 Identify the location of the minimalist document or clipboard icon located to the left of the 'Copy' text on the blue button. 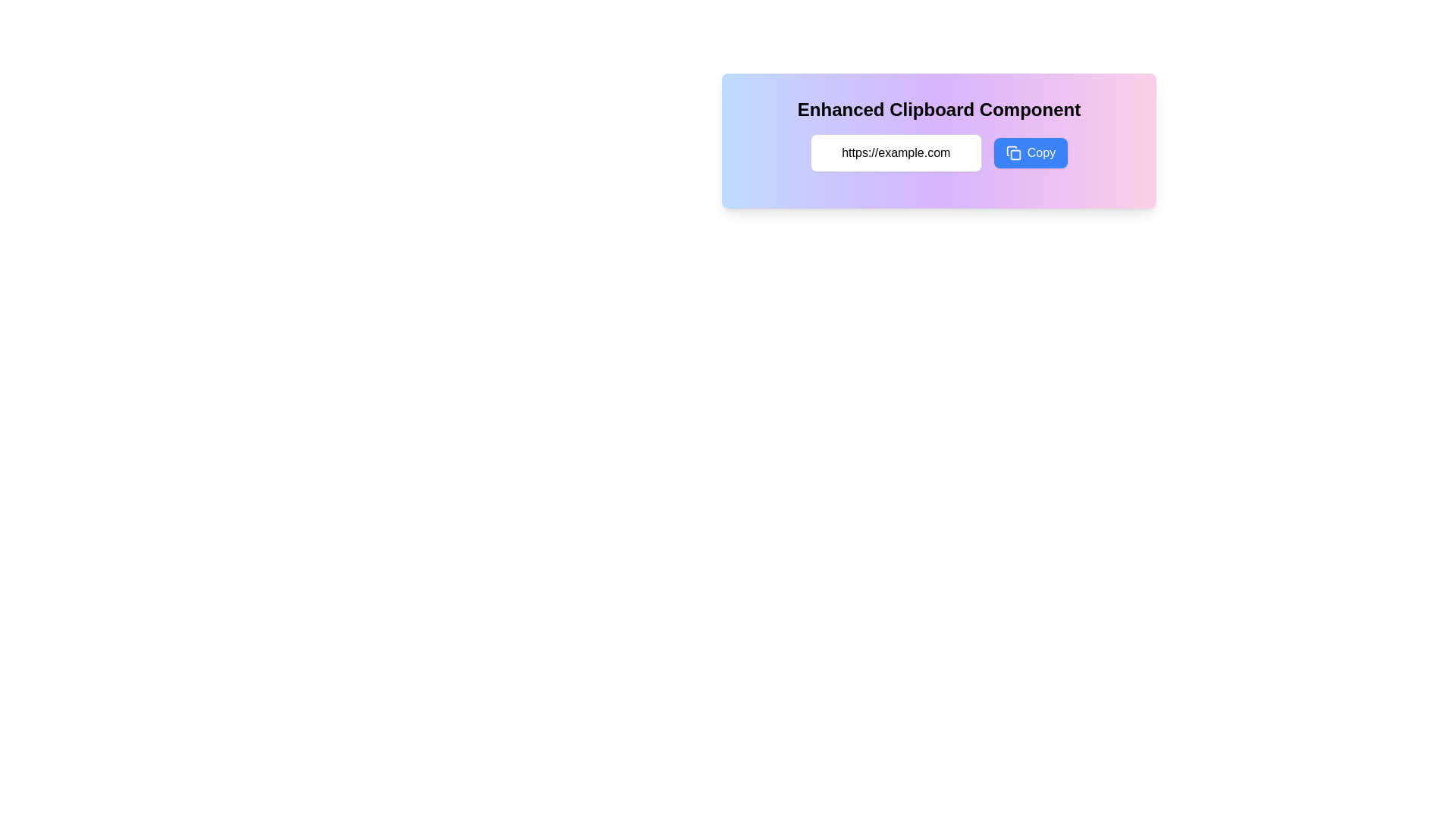
(1013, 152).